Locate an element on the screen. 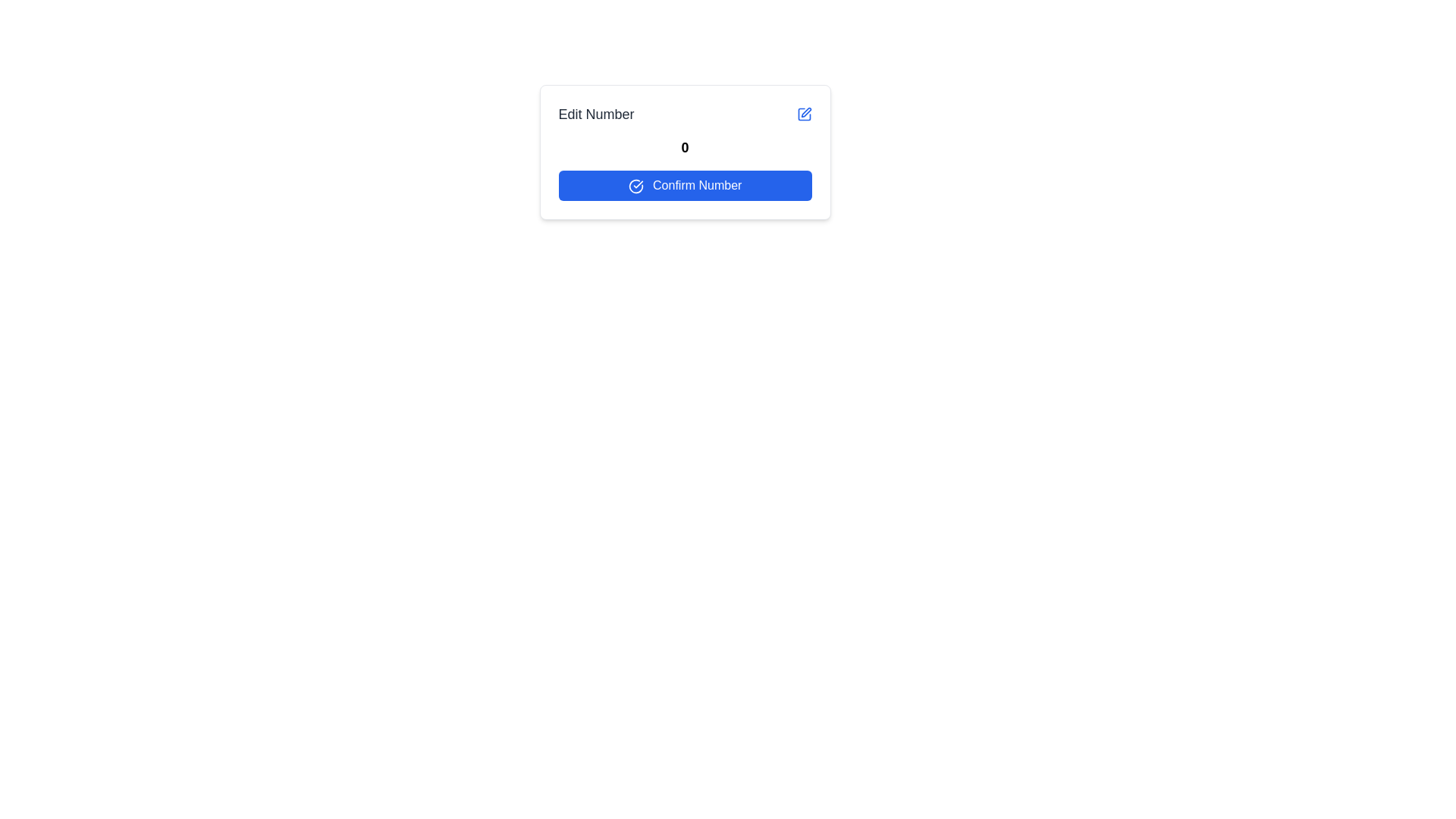 This screenshot has width=1456, height=819. the edit or modify icon located in the upper-right corner of the rectangular card containing text and a button is located at coordinates (803, 113).